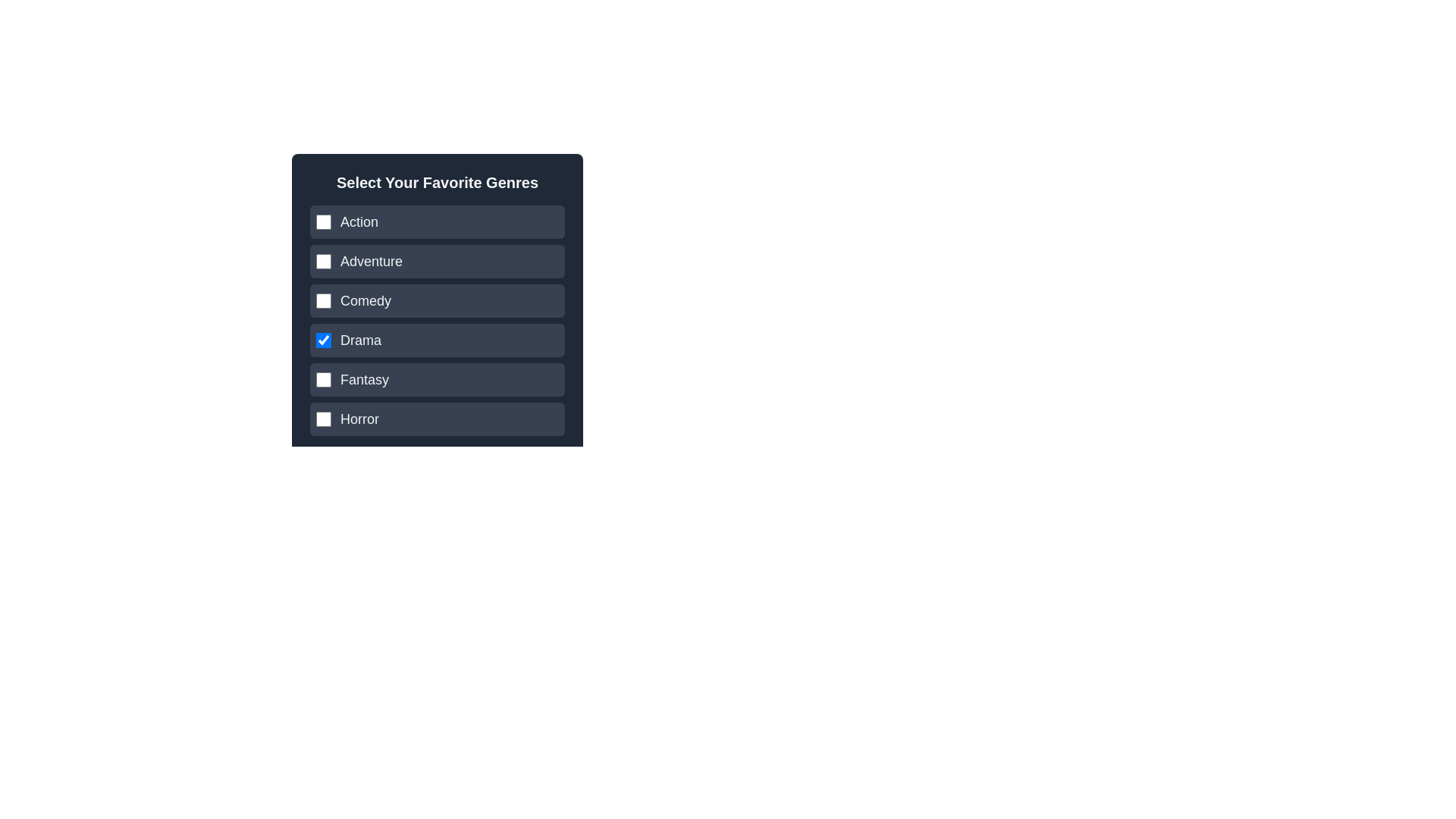 This screenshot has width=1456, height=819. What do you see at coordinates (359, 339) in the screenshot?
I see `the interactive checkbox associated with the 'Drama' label` at bounding box center [359, 339].